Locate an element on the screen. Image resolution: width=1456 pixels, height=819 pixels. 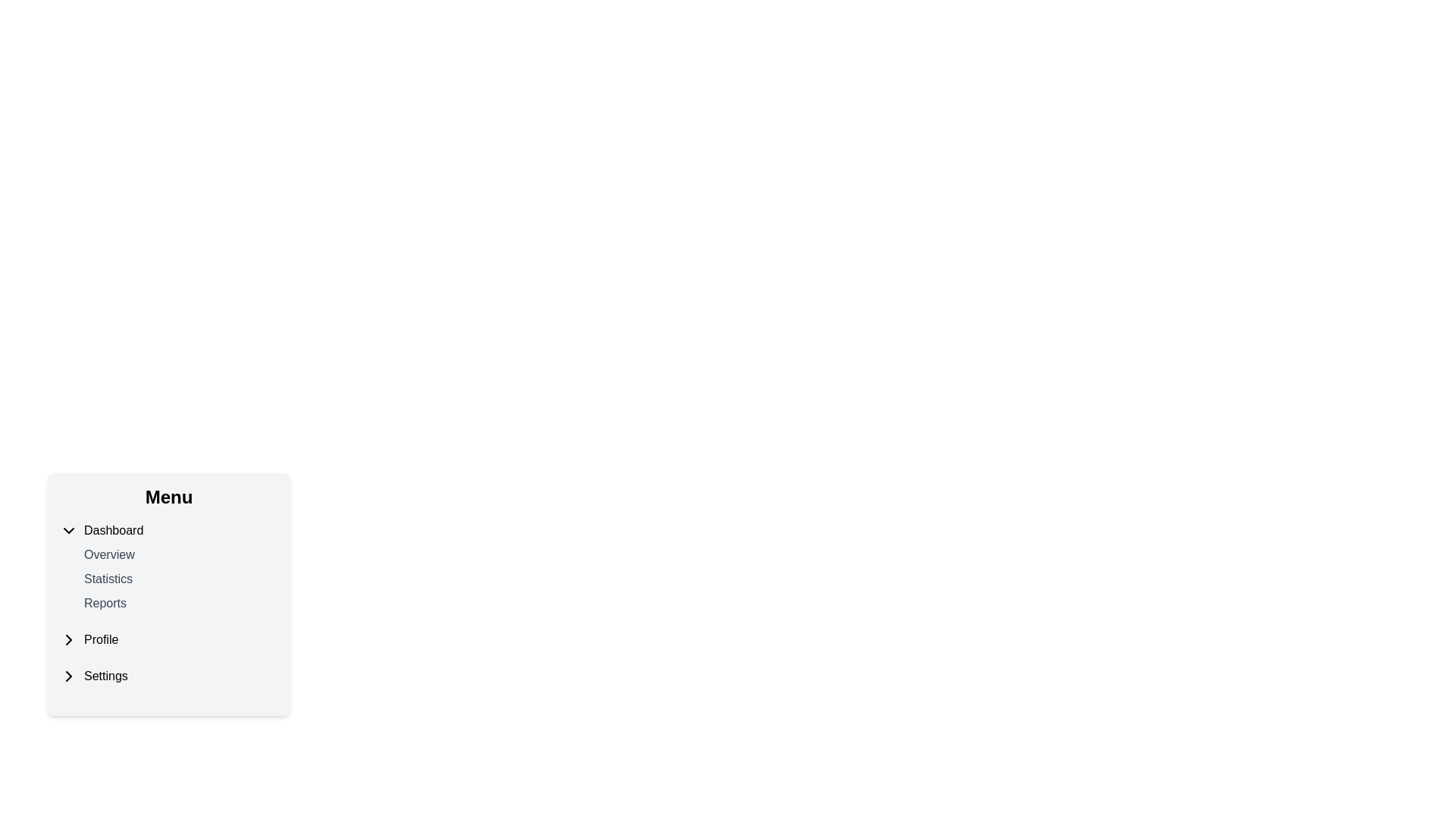
the chevron-right icon next to the 'Profile' entry in the Menu navigation card is located at coordinates (68, 640).